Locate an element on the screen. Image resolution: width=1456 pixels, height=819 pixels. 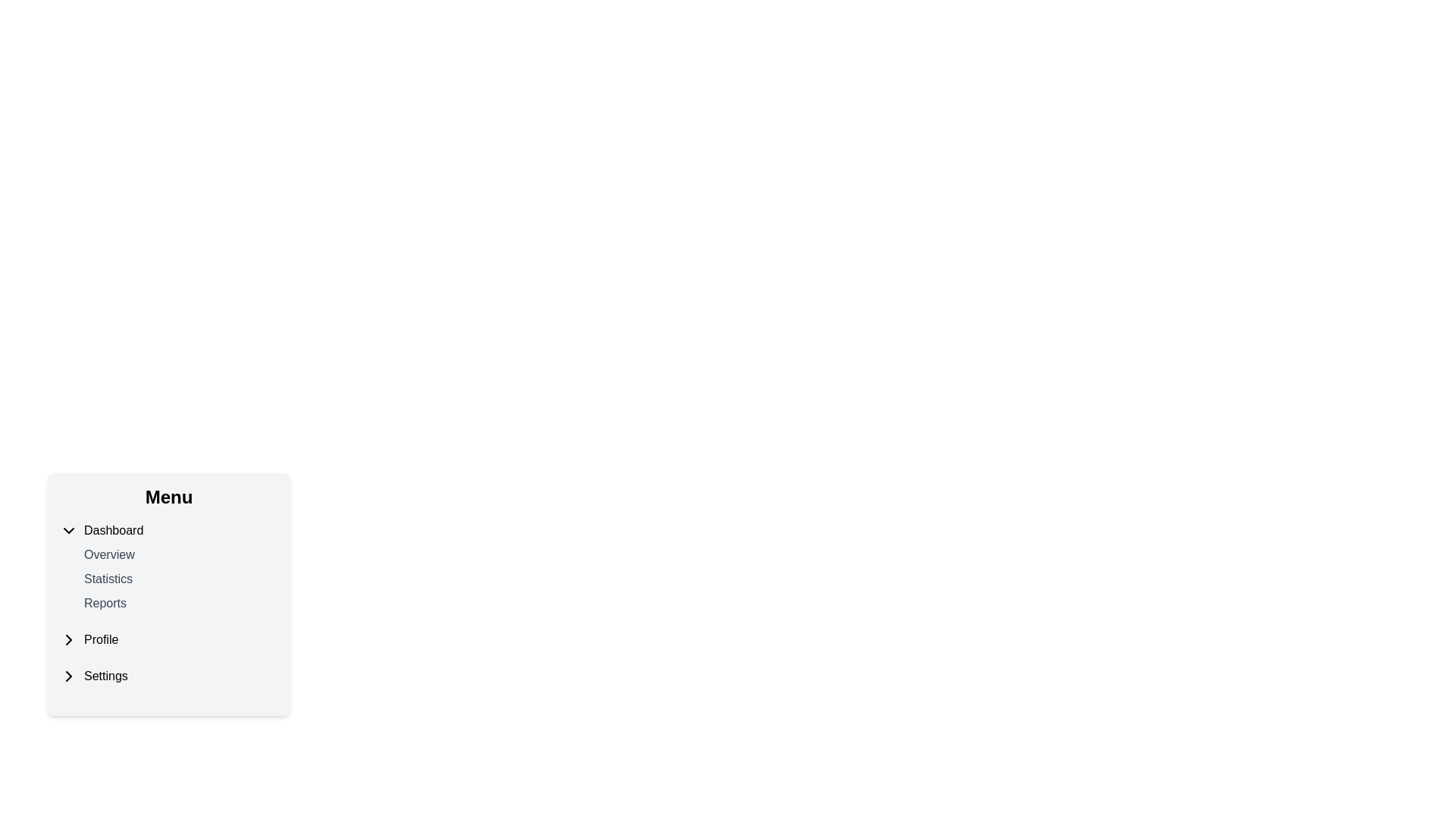
the chevron-right icon next to the 'Profile' entry in the Menu navigation card is located at coordinates (68, 640).